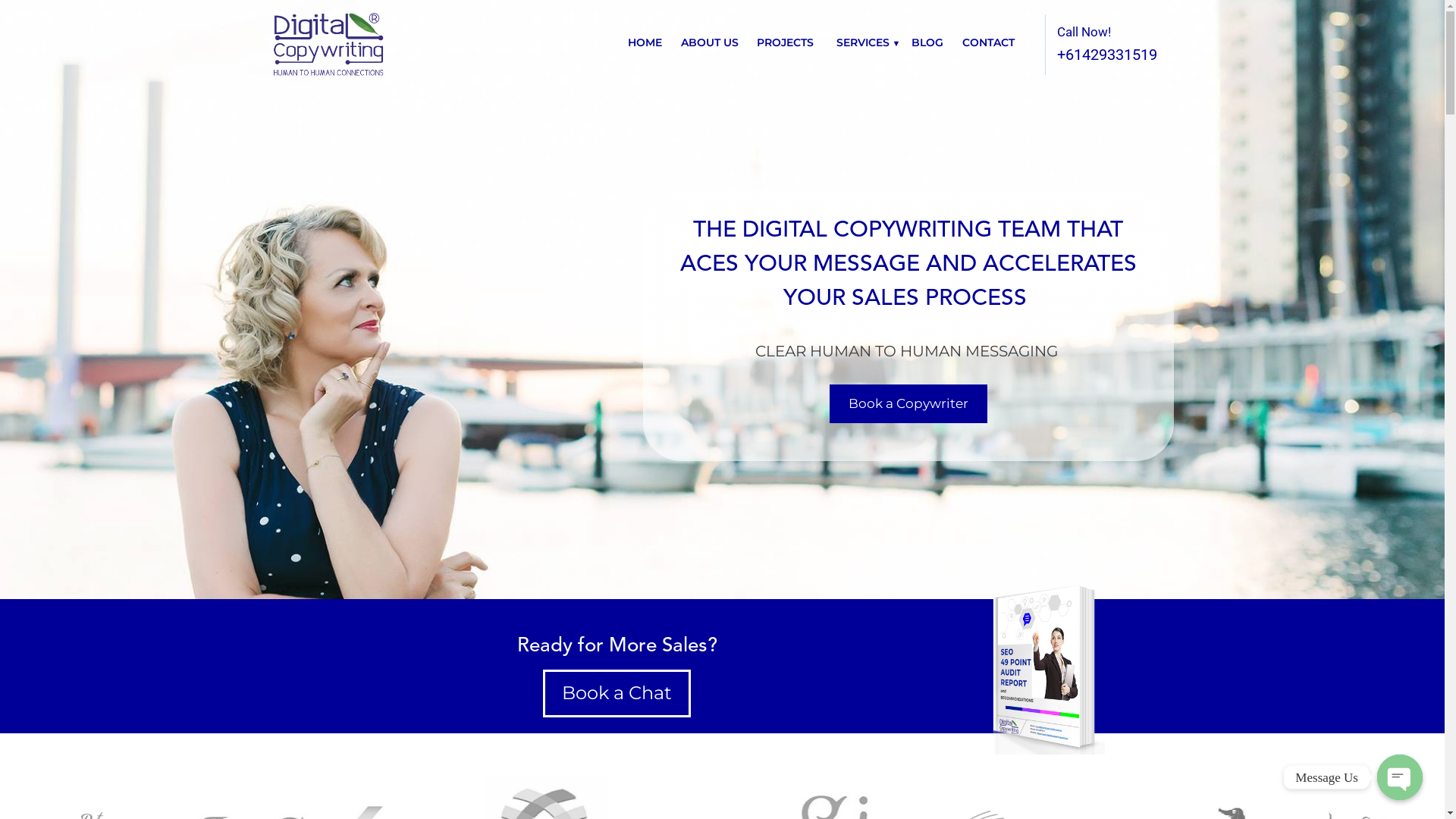 The image size is (1456, 819). What do you see at coordinates (757, 42) in the screenshot?
I see `'PROJECTS'` at bounding box center [757, 42].